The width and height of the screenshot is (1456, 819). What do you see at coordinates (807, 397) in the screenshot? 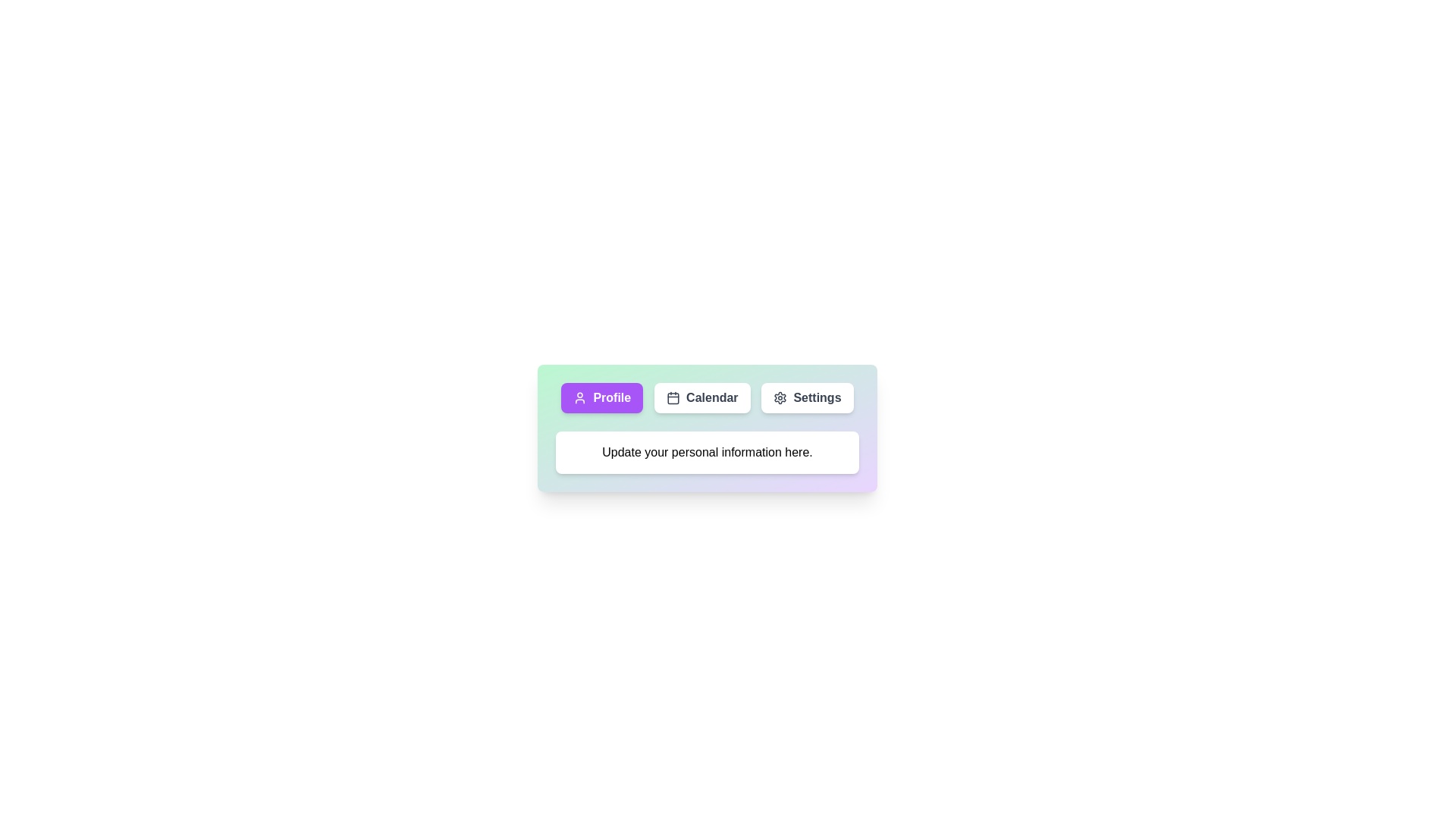
I see `the 'Settings' button, which is the third button in the row containing 'Profile', 'Calendar', and 'Settings'` at bounding box center [807, 397].